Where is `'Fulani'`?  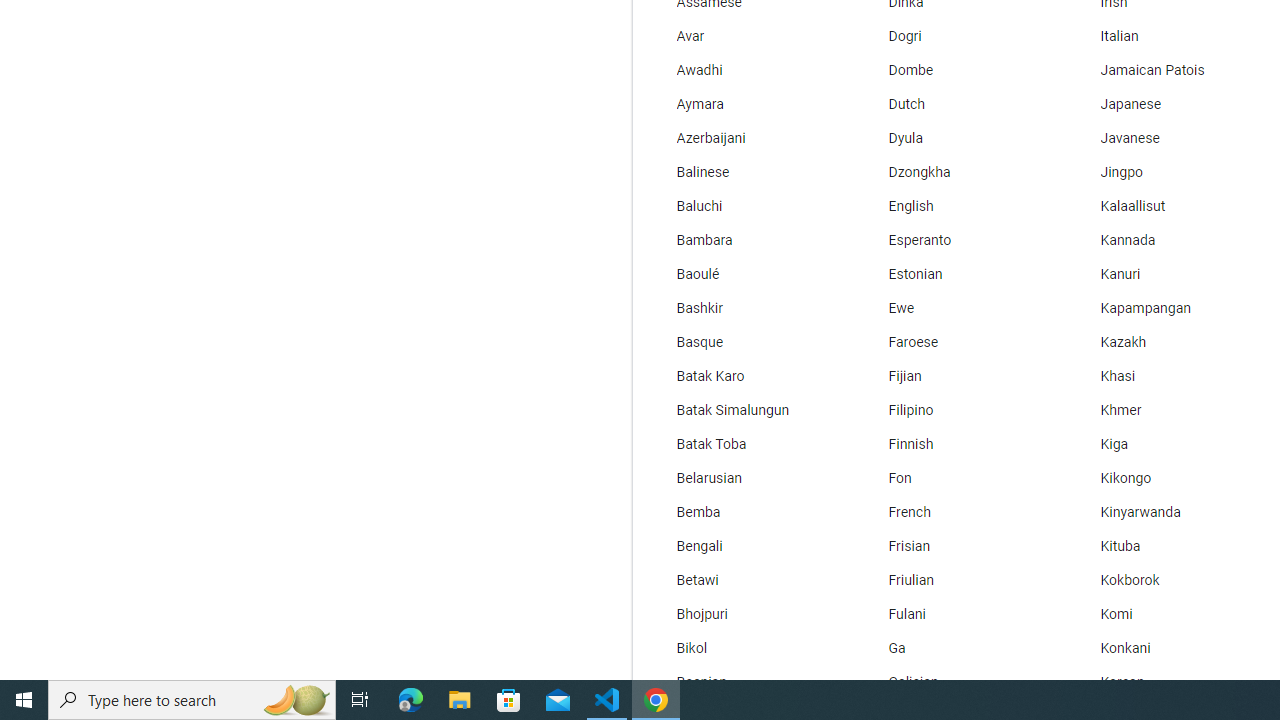 'Fulani' is located at coordinates (956, 613).